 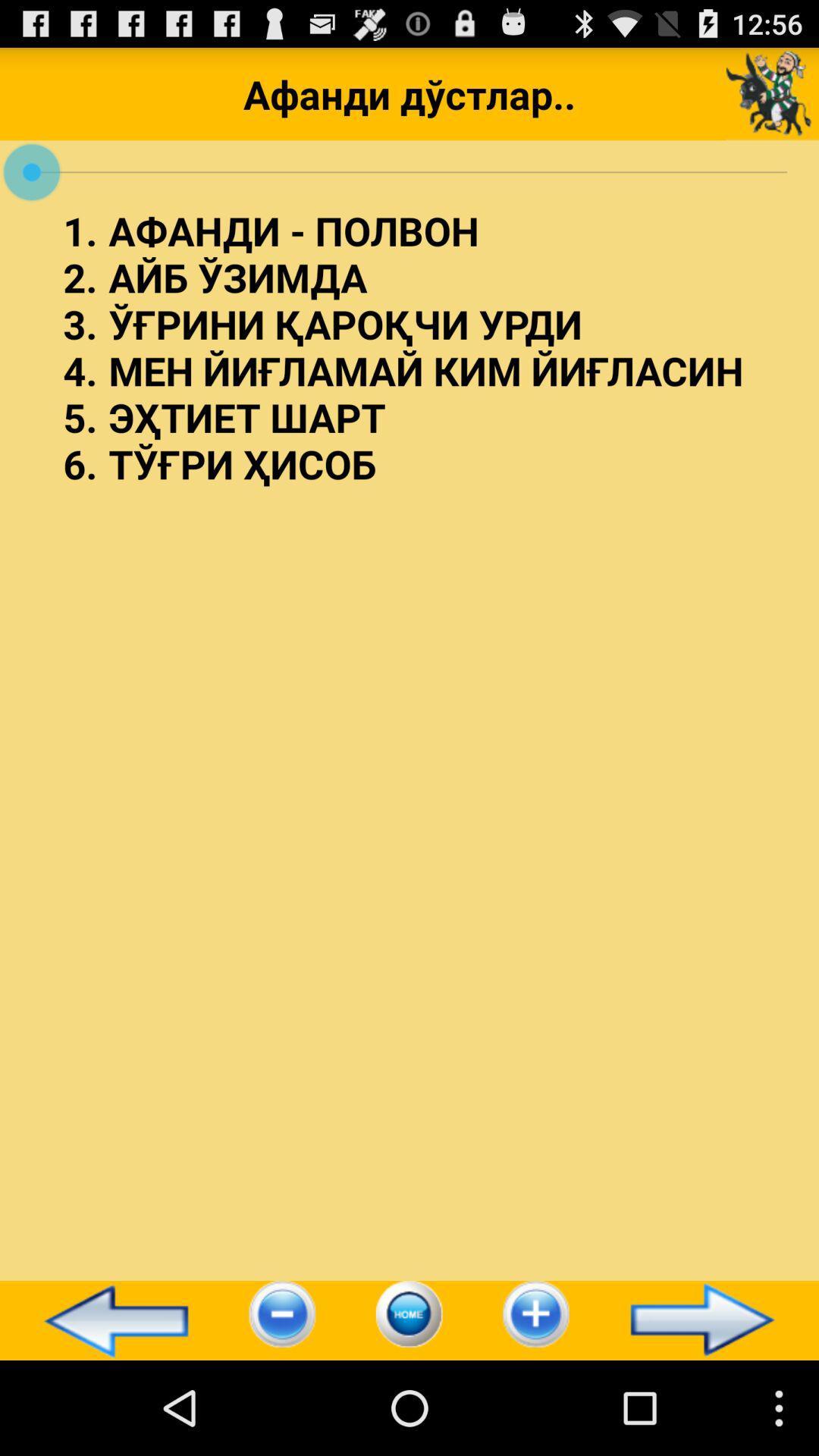 What do you see at coordinates (709, 1319) in the screenshot?
I see `icon at the bottom right corner` at bounding box center [709, 1319].